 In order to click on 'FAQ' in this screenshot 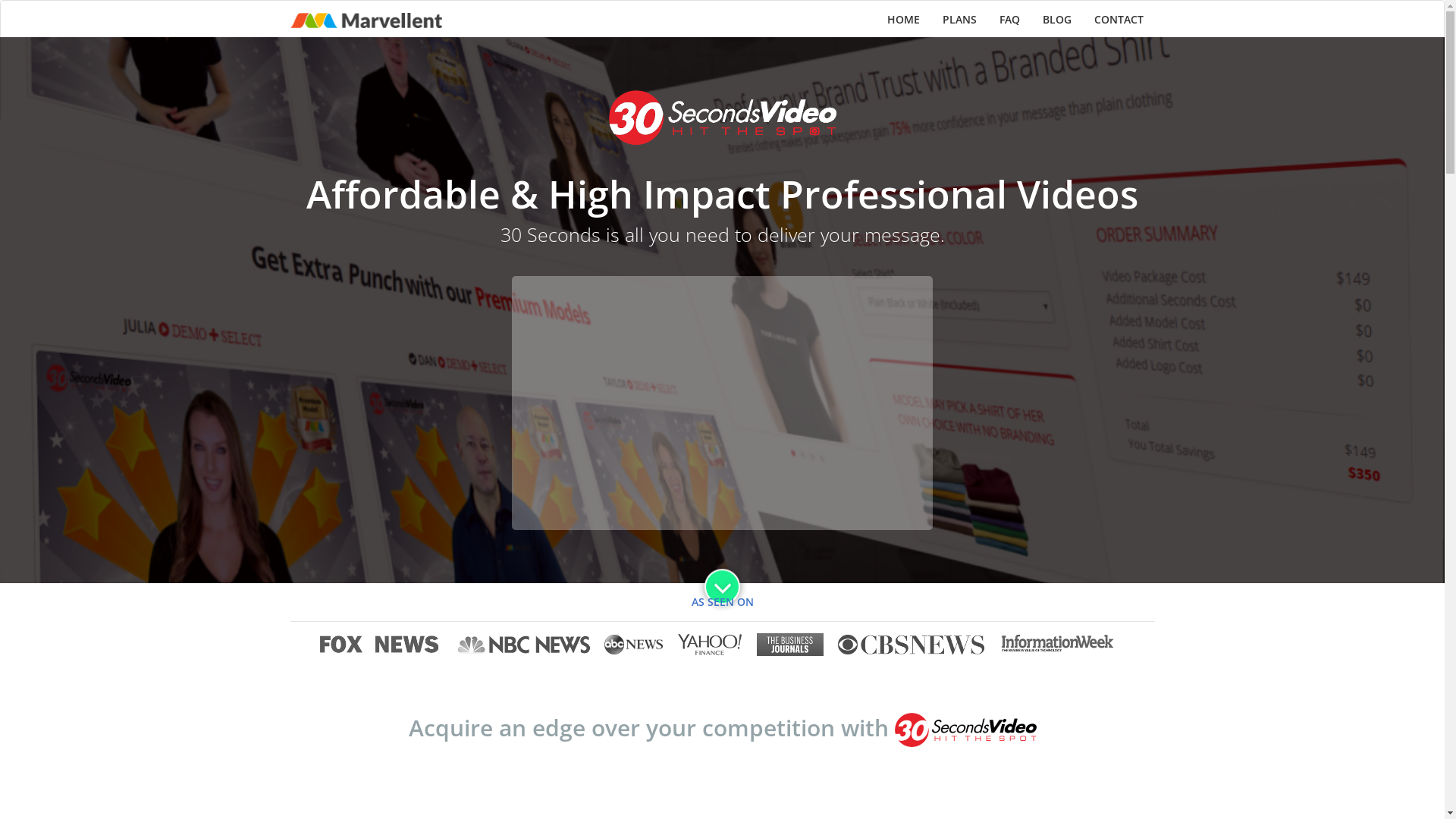, I will do `click(1009, 20)`.